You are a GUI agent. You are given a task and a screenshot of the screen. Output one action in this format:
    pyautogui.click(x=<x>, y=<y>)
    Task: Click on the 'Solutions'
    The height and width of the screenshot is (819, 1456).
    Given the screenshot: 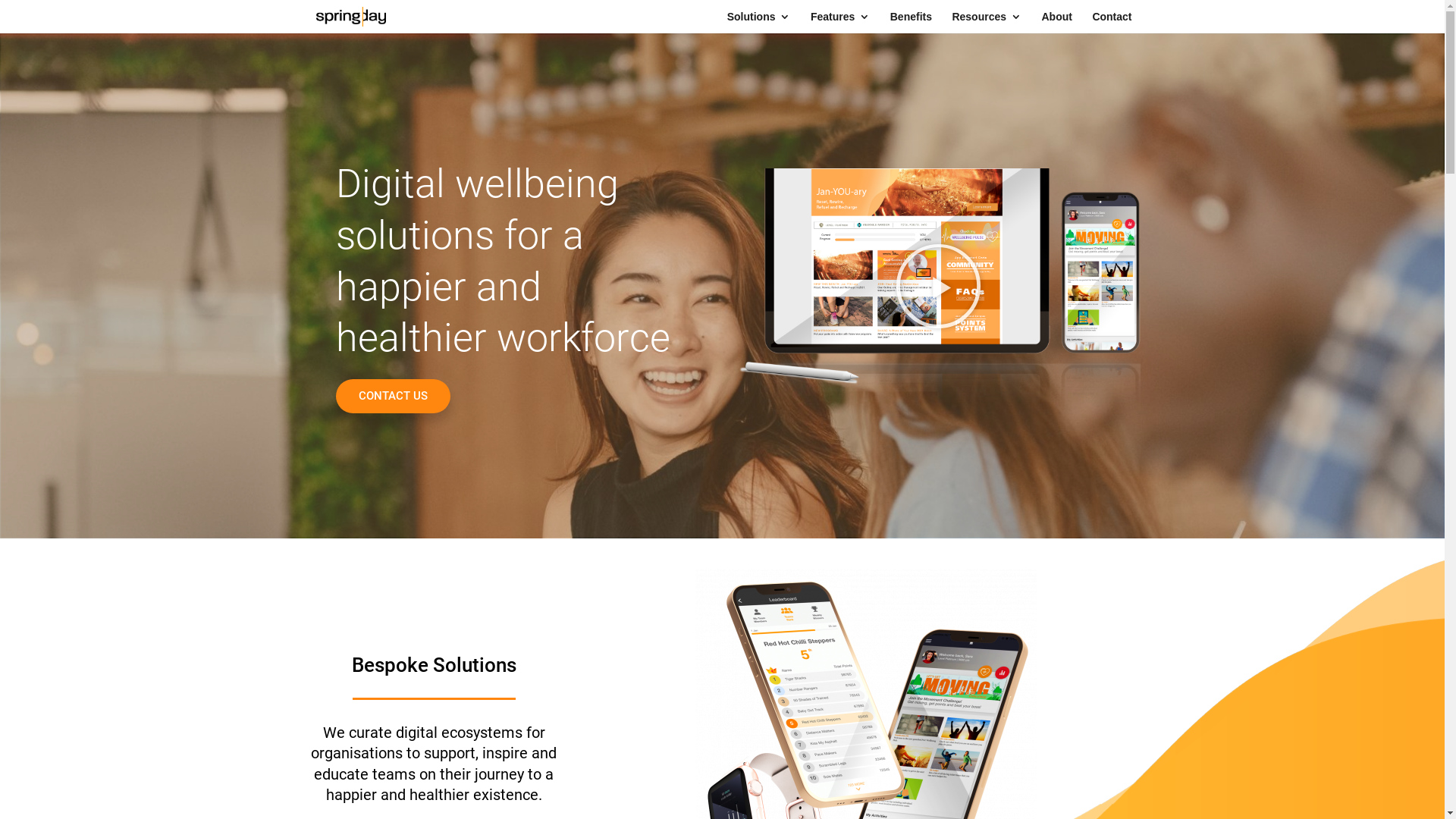 What is the action you would take?
    pyautogui.click(x=759, y=22)
    